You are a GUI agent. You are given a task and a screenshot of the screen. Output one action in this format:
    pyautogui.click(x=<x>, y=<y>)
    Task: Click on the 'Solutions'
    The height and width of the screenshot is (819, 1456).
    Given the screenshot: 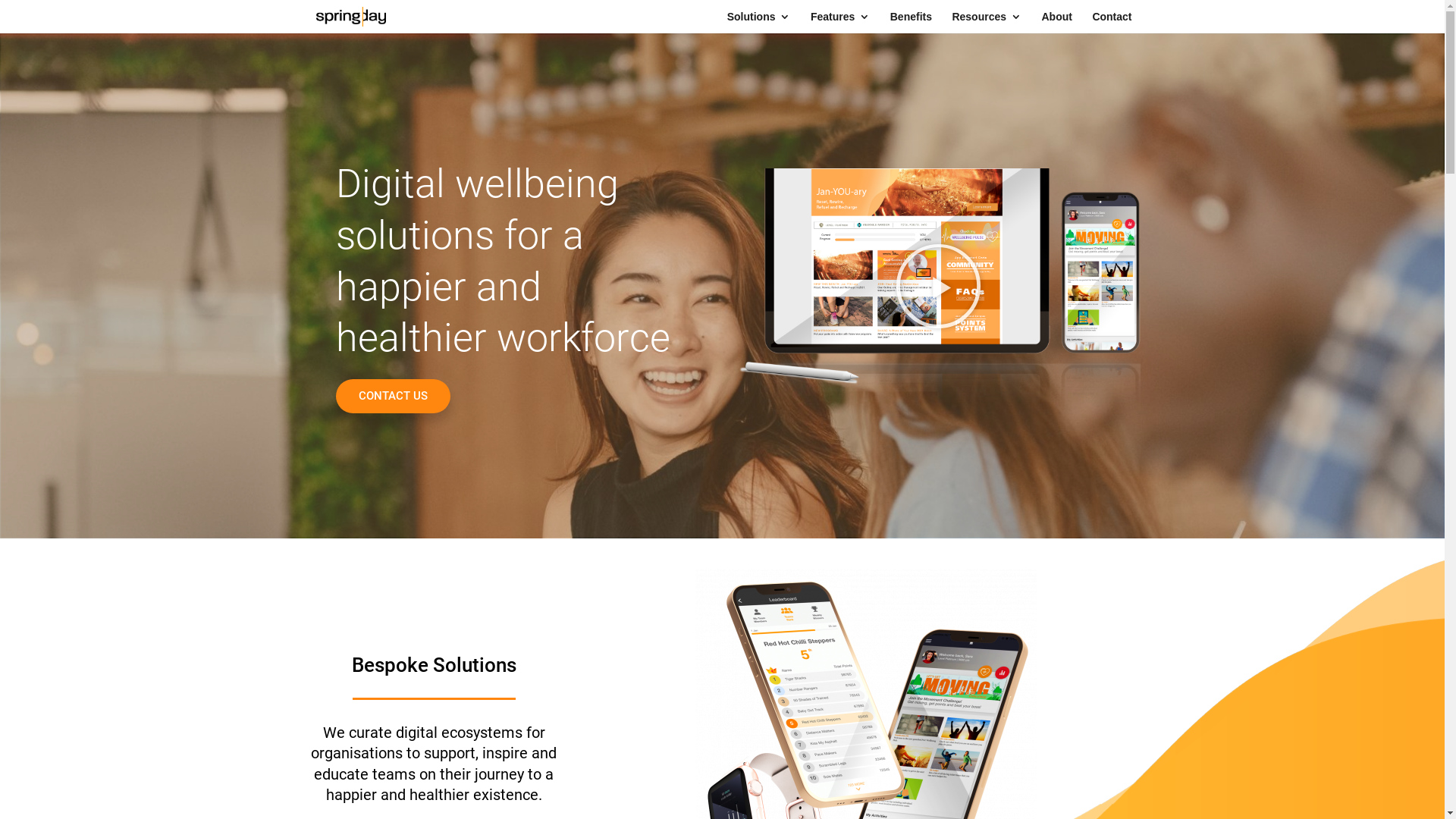 What is the action you would take?
    pyautogui.click(x=759, y=22)
    